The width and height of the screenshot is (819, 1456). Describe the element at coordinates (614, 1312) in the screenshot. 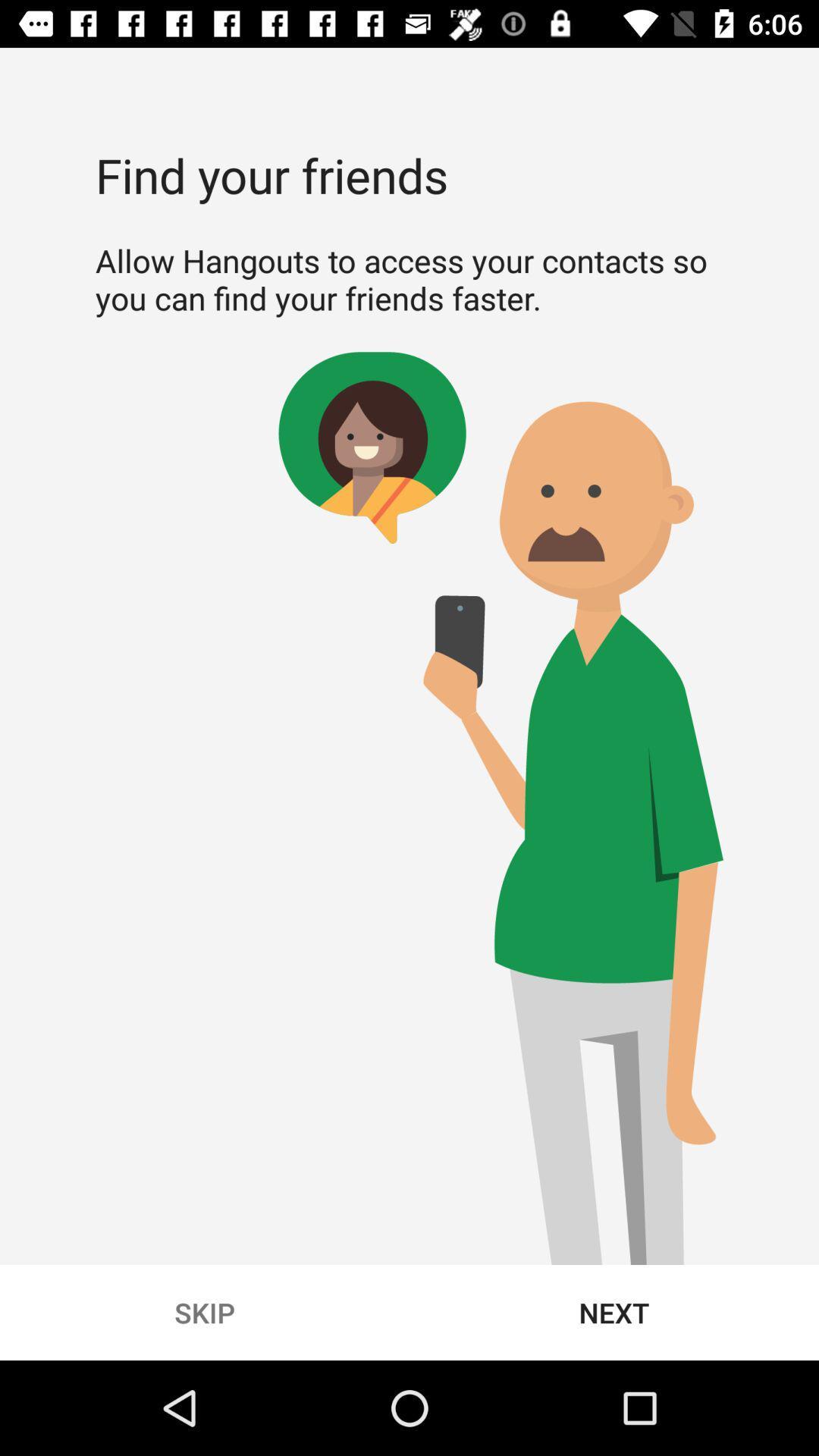

I see `the next icon` at that location.